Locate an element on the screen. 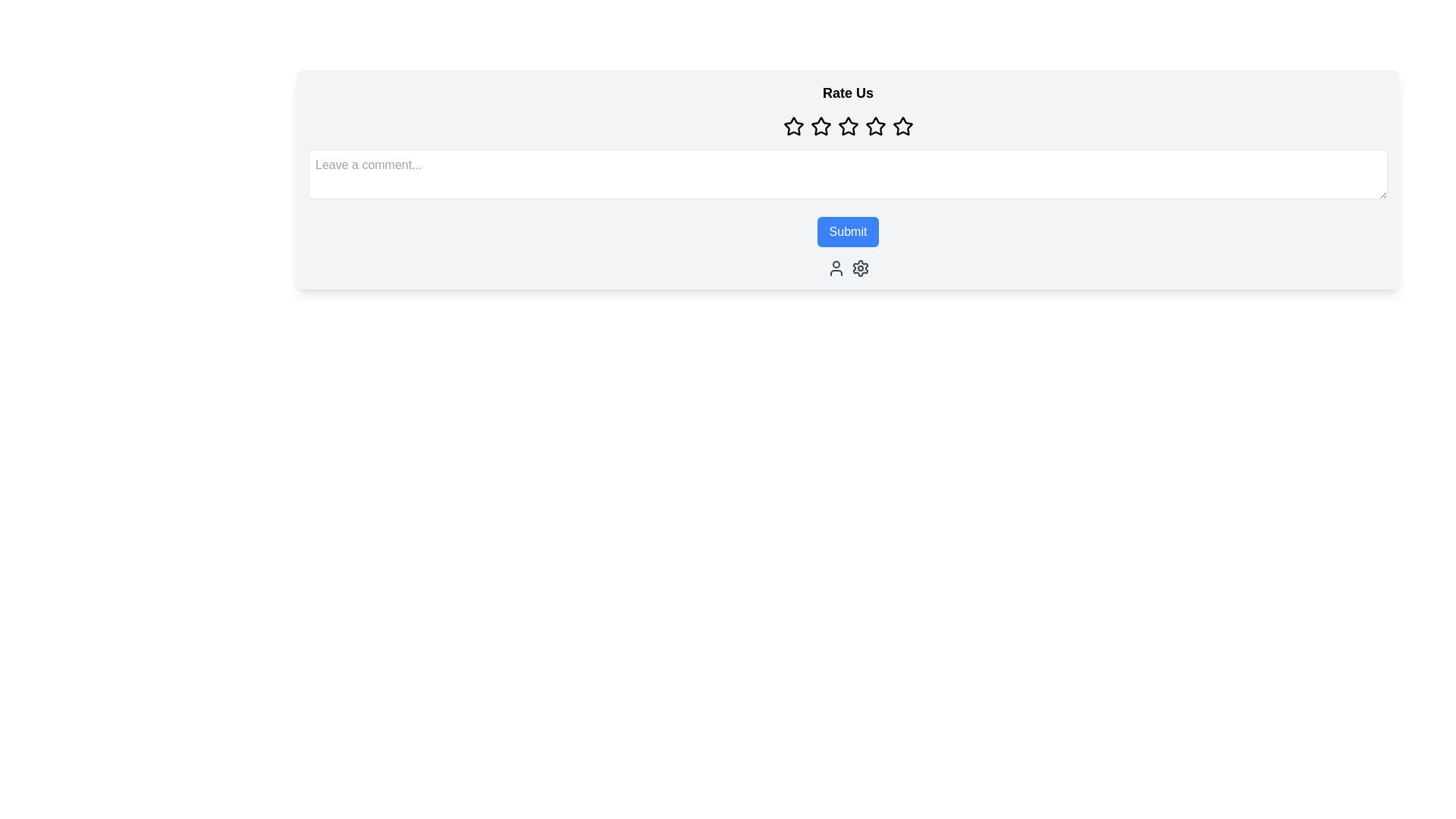 This screenshot has width=1456, height=819. the second star icon in the rating system to designate a rating value is located at coordinates (820, 125).